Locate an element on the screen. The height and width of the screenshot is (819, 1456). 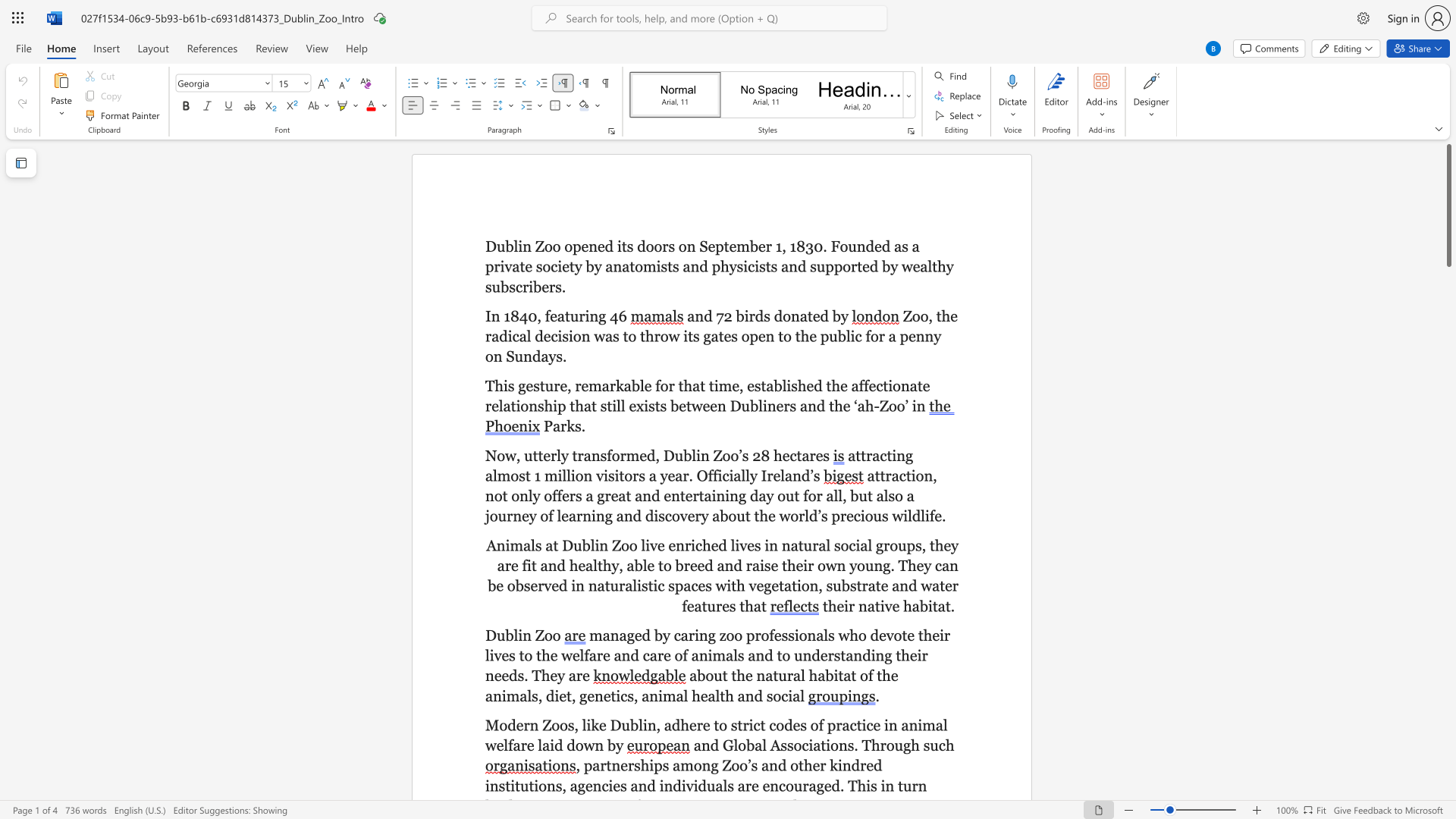
the 4th character "a" in the text is located at coordinates (609, 265).